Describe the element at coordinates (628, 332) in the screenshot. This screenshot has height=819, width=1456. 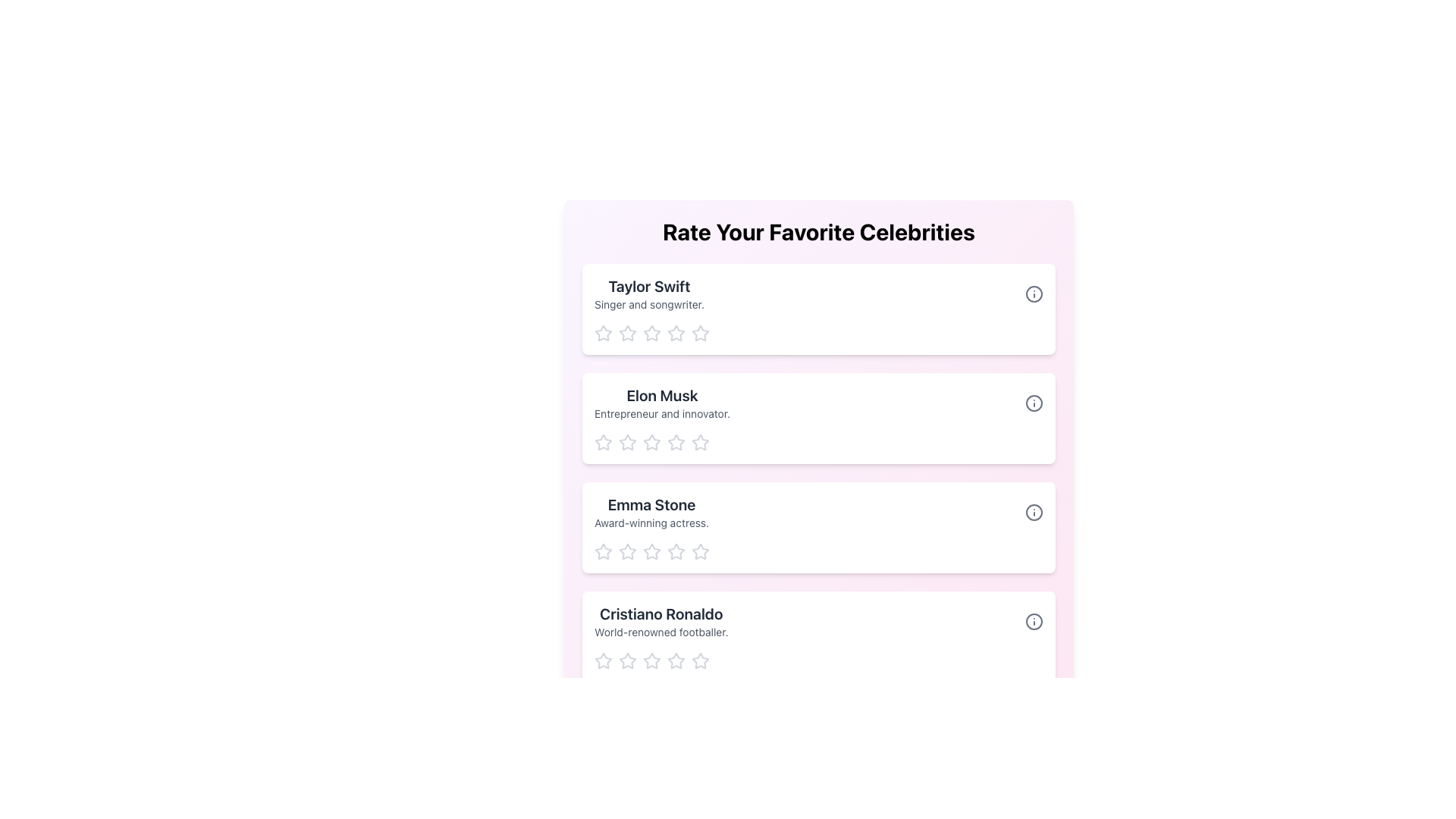
I see `the first star-shaped outline icon` at that location.